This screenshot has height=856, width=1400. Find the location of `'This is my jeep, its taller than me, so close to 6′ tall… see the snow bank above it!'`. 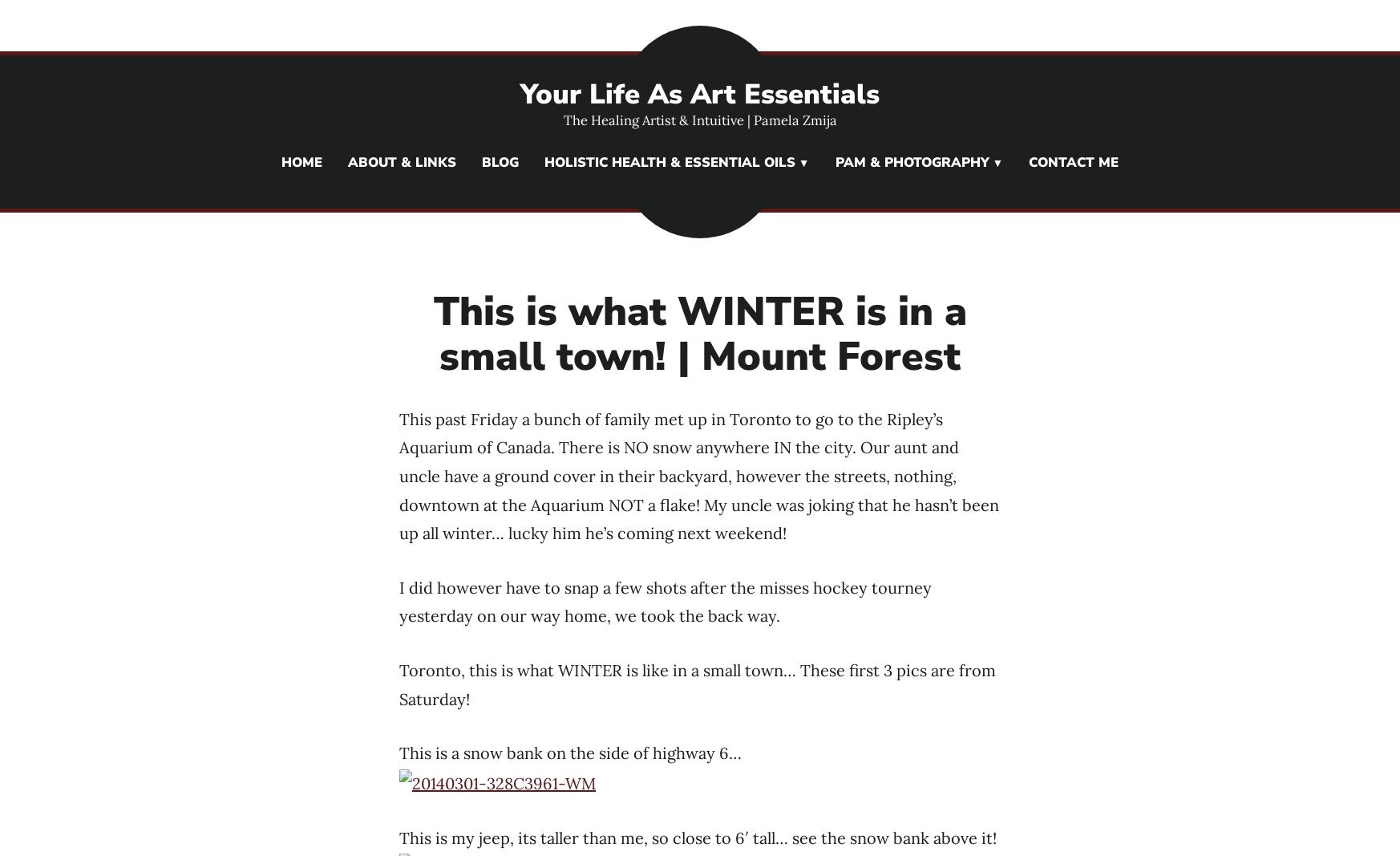

'This is my jeep, its taller than me, so close to 6′ tall… see the snow bank above it!' is located at coordinates (698, 837).